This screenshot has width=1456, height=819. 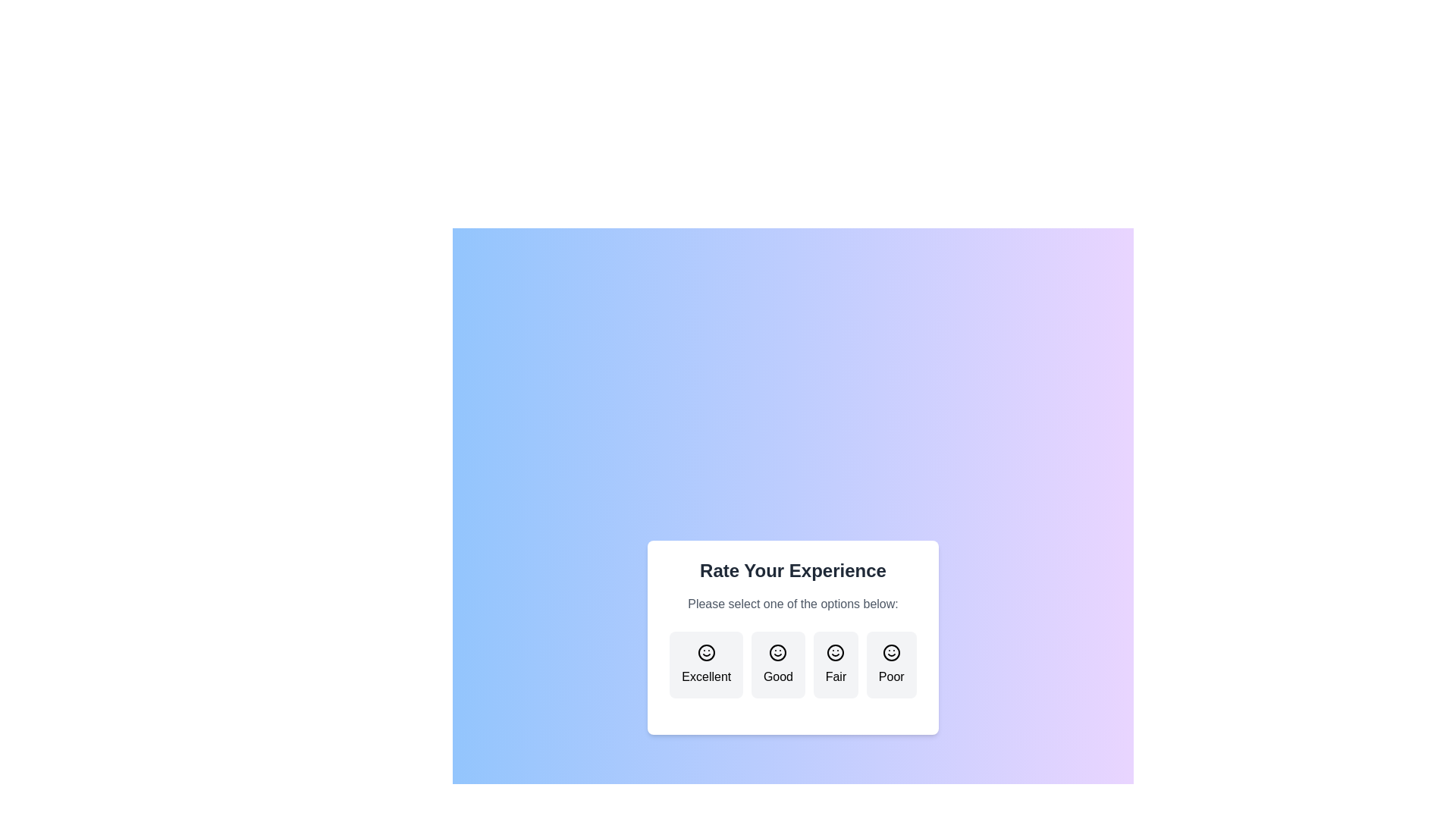 What do you see at coordinates (891, 664) in the screenshot?
I see `the fourth button in the feedback interface` at bounding box center [891, 664].